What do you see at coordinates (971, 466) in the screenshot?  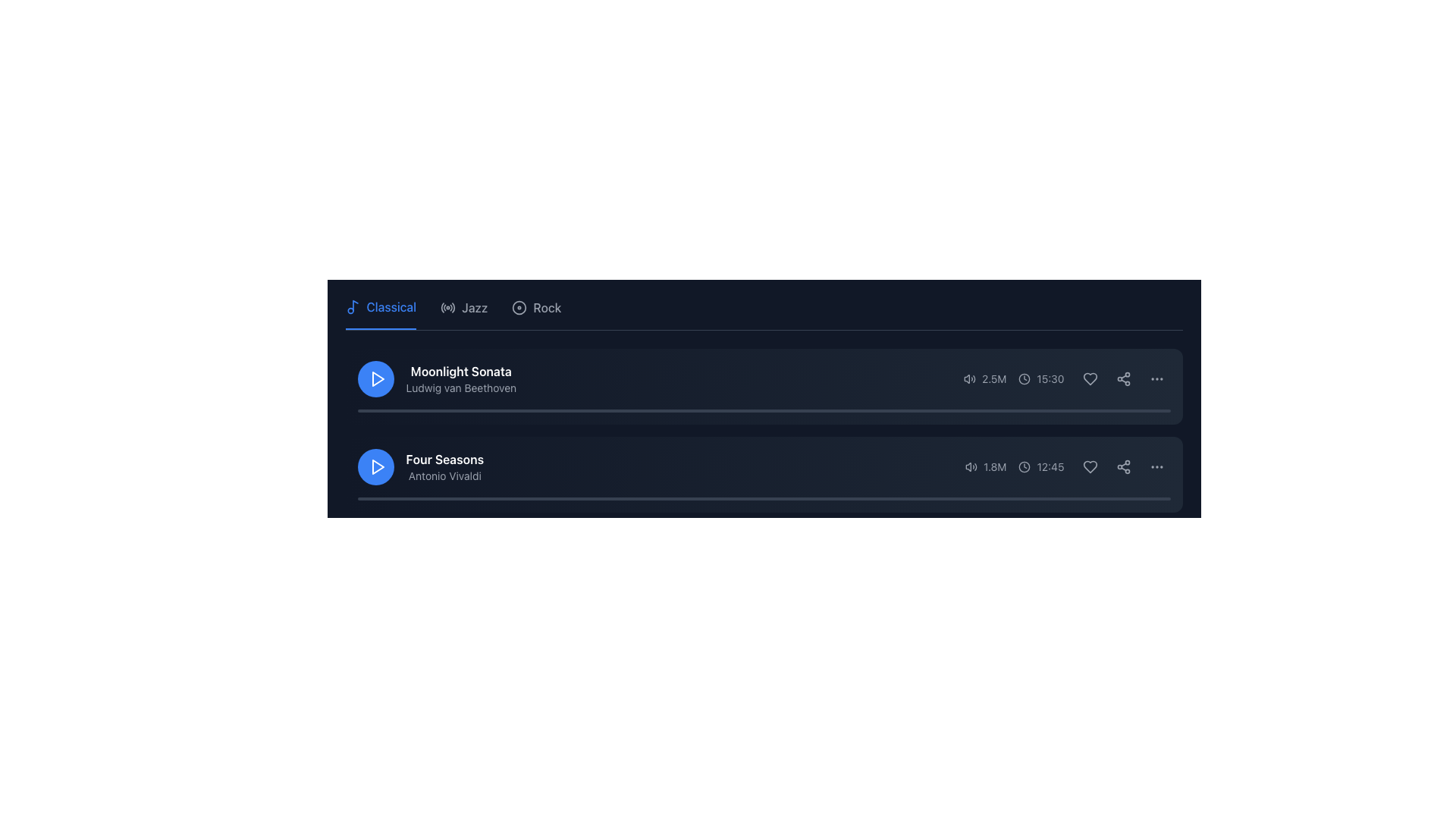 I see `the gray SVG-based speaker icon emitting sound waves, which is the first icon to the left of the '1.8M' text in the play-related info for the second audio track` at bounding box center [971, 466].